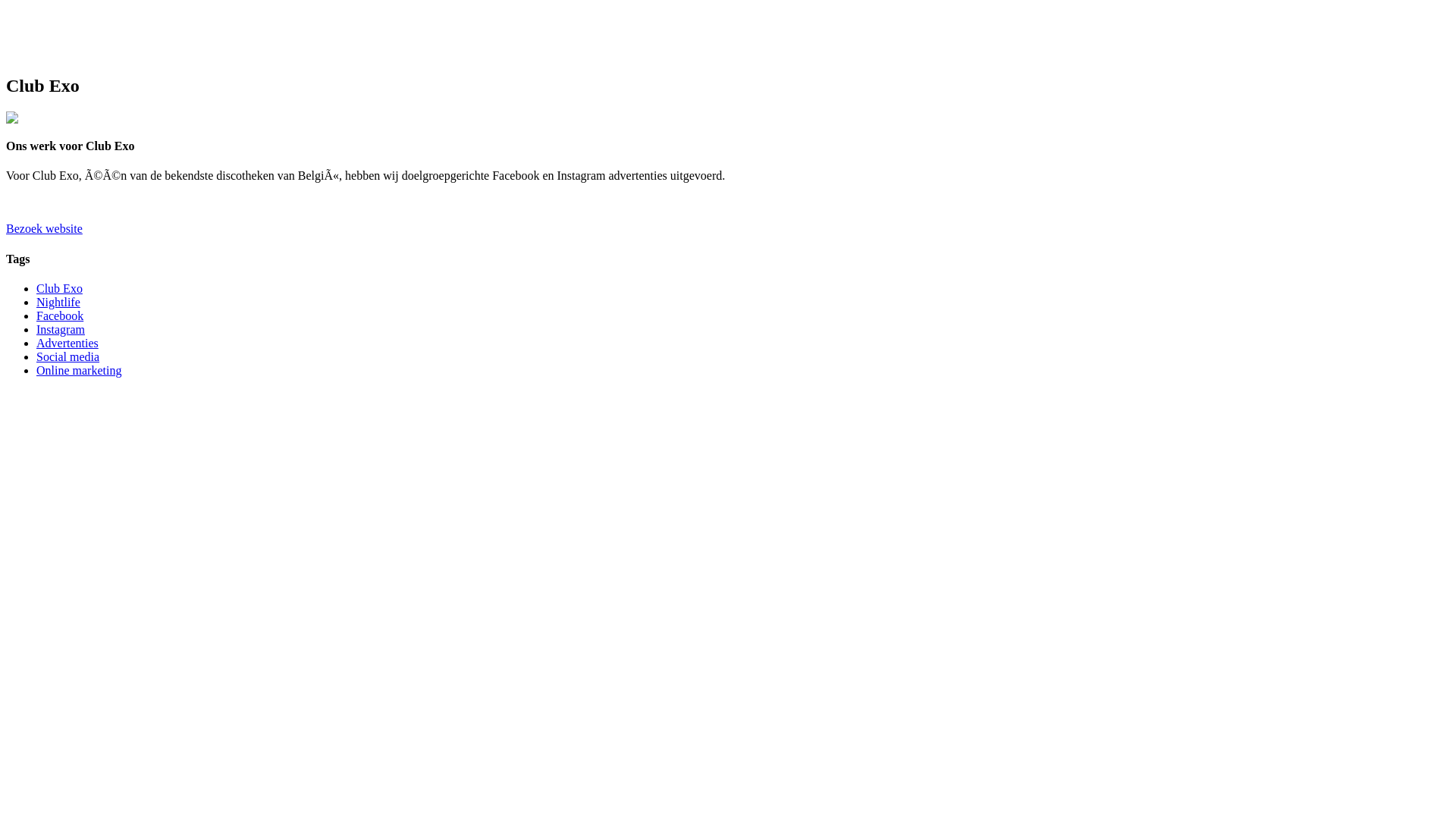 This screenshot has width=1456, height=819. Describe the element at coordinates (36, 328) in the screenshot. I see `'Instagram'` at that location.